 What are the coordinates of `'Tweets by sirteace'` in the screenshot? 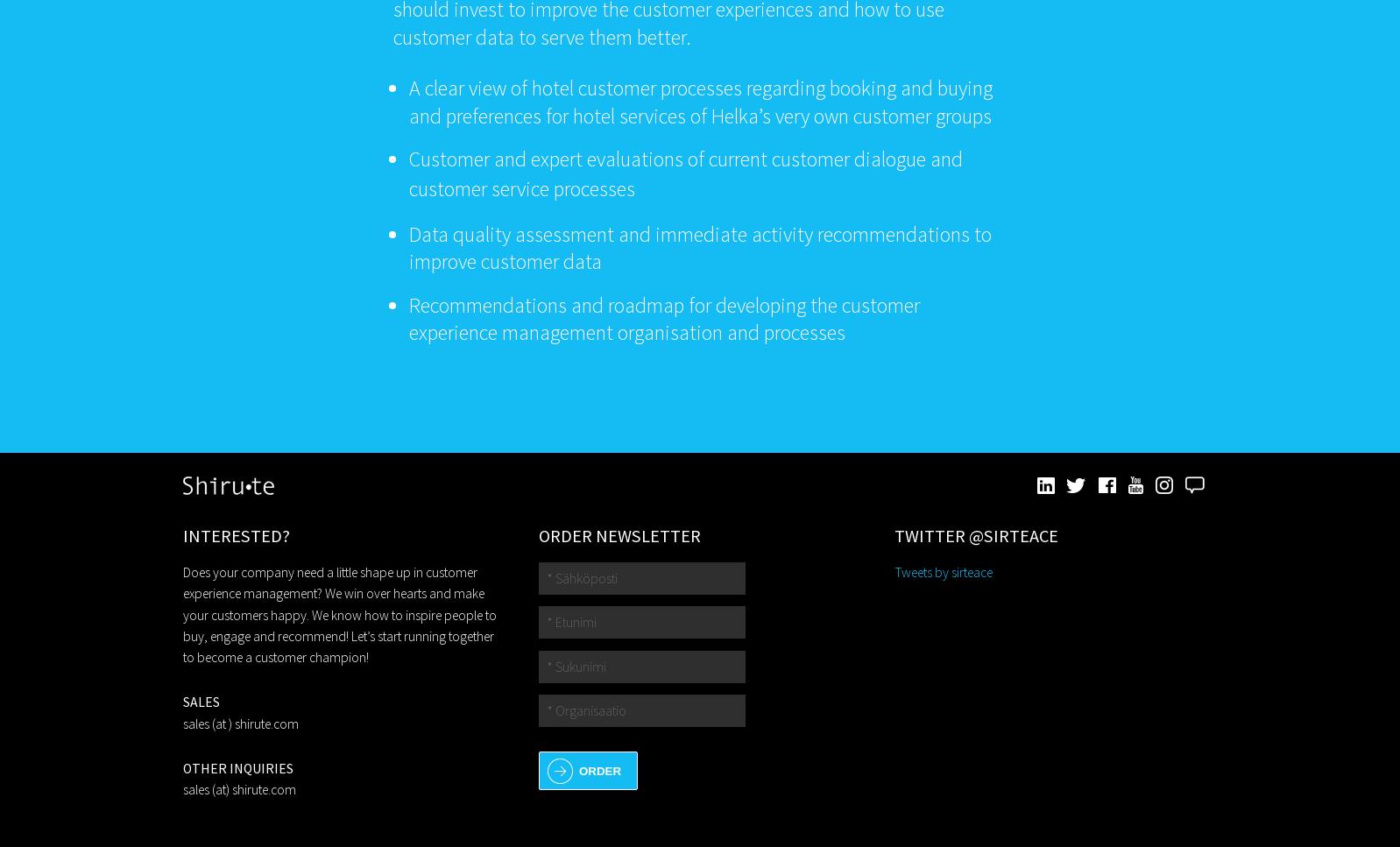 It's located at (893, 570).